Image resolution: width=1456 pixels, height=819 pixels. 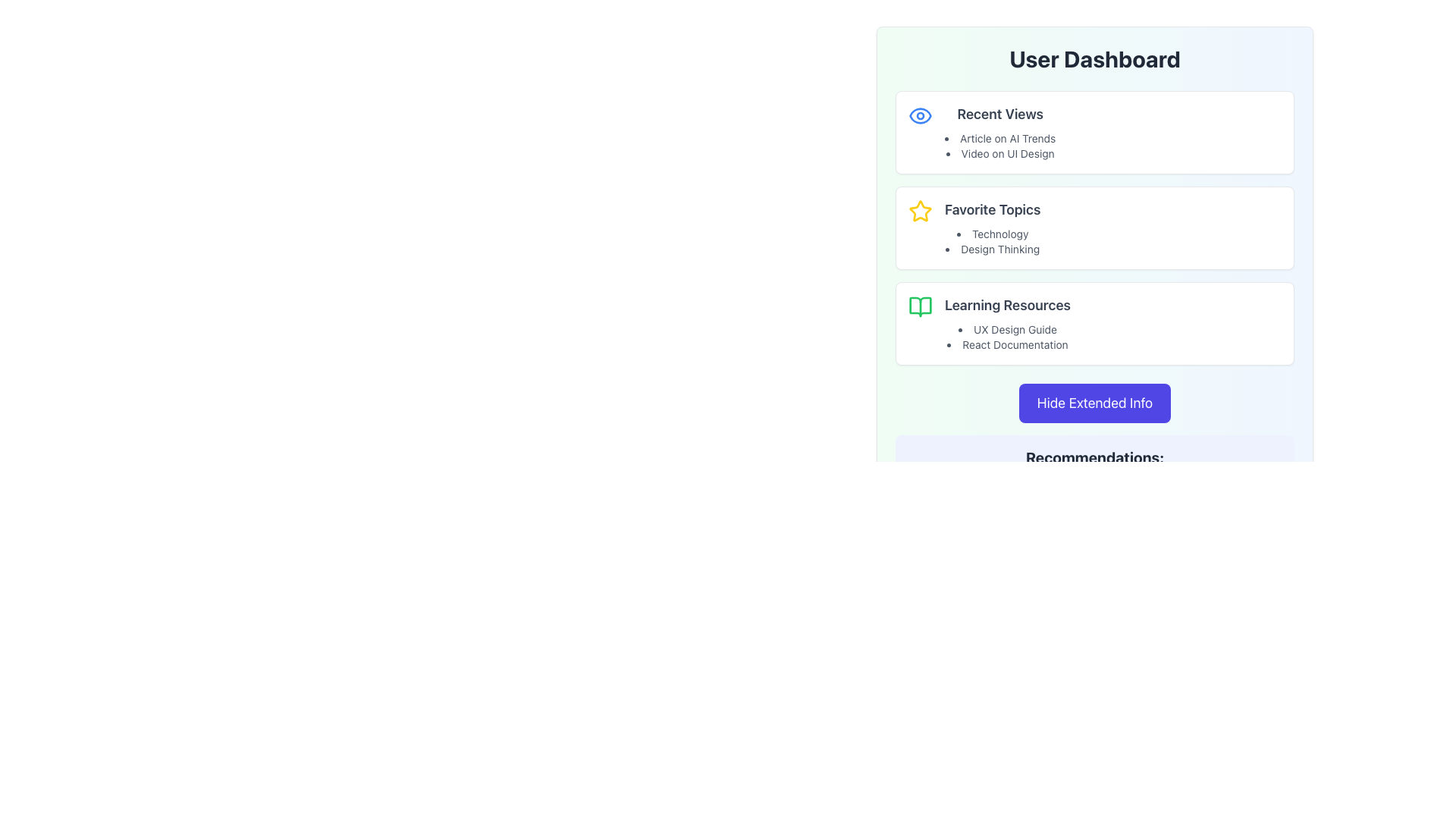 What do you see at coordinates (993, 248) in the screenshot?
I see `text element 'Design Thinking' styled in gray color, located under the 'Favorite Topics' section, which is a bullet point list item following 'Technology'` at bounding box center [993, 248].